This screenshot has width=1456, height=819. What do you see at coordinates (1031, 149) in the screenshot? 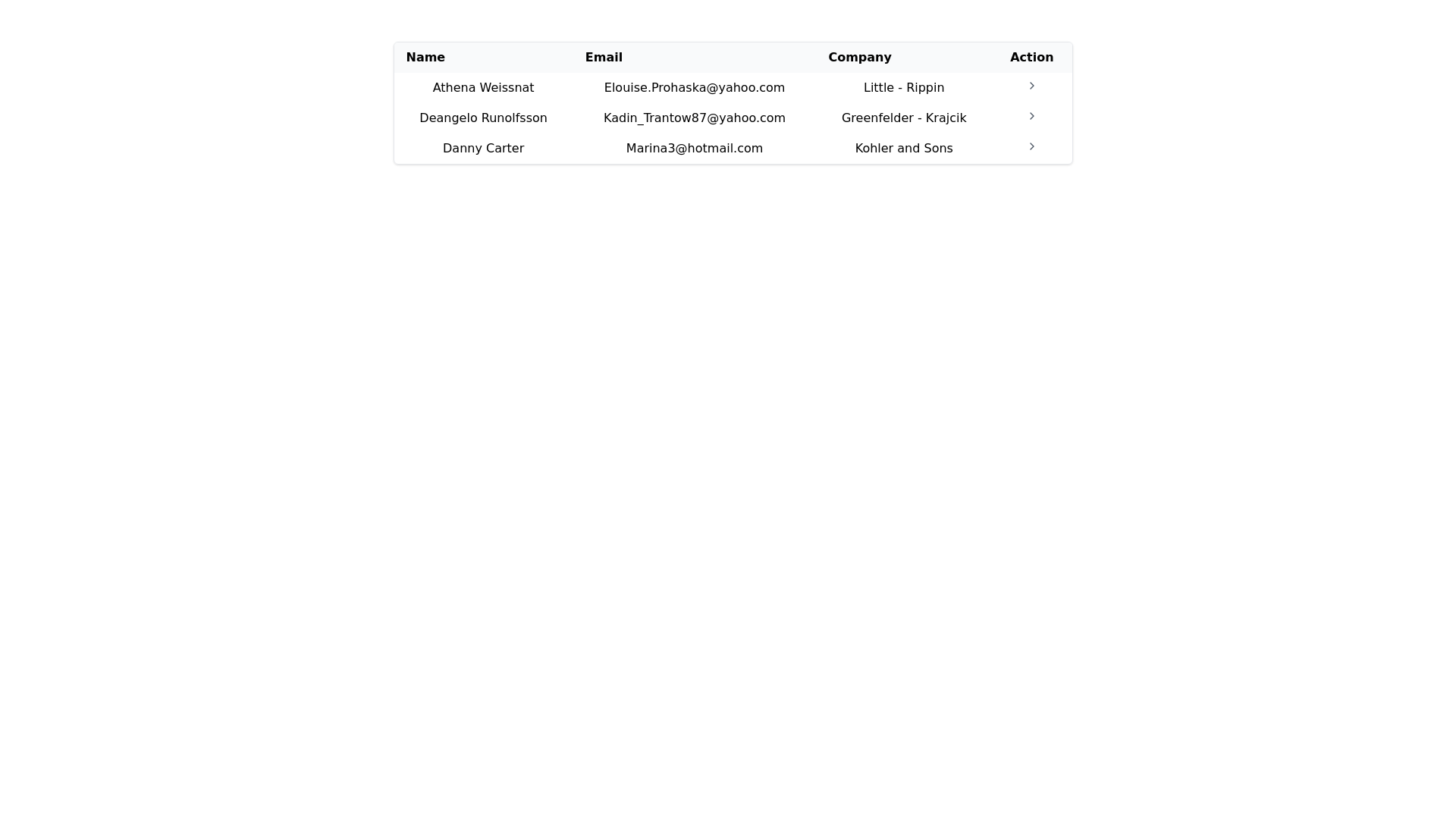
I see `the chevron icon in the last cell of the row for 'Danny Carter' in the 'Action' column` at bounding box center [1031, 149].